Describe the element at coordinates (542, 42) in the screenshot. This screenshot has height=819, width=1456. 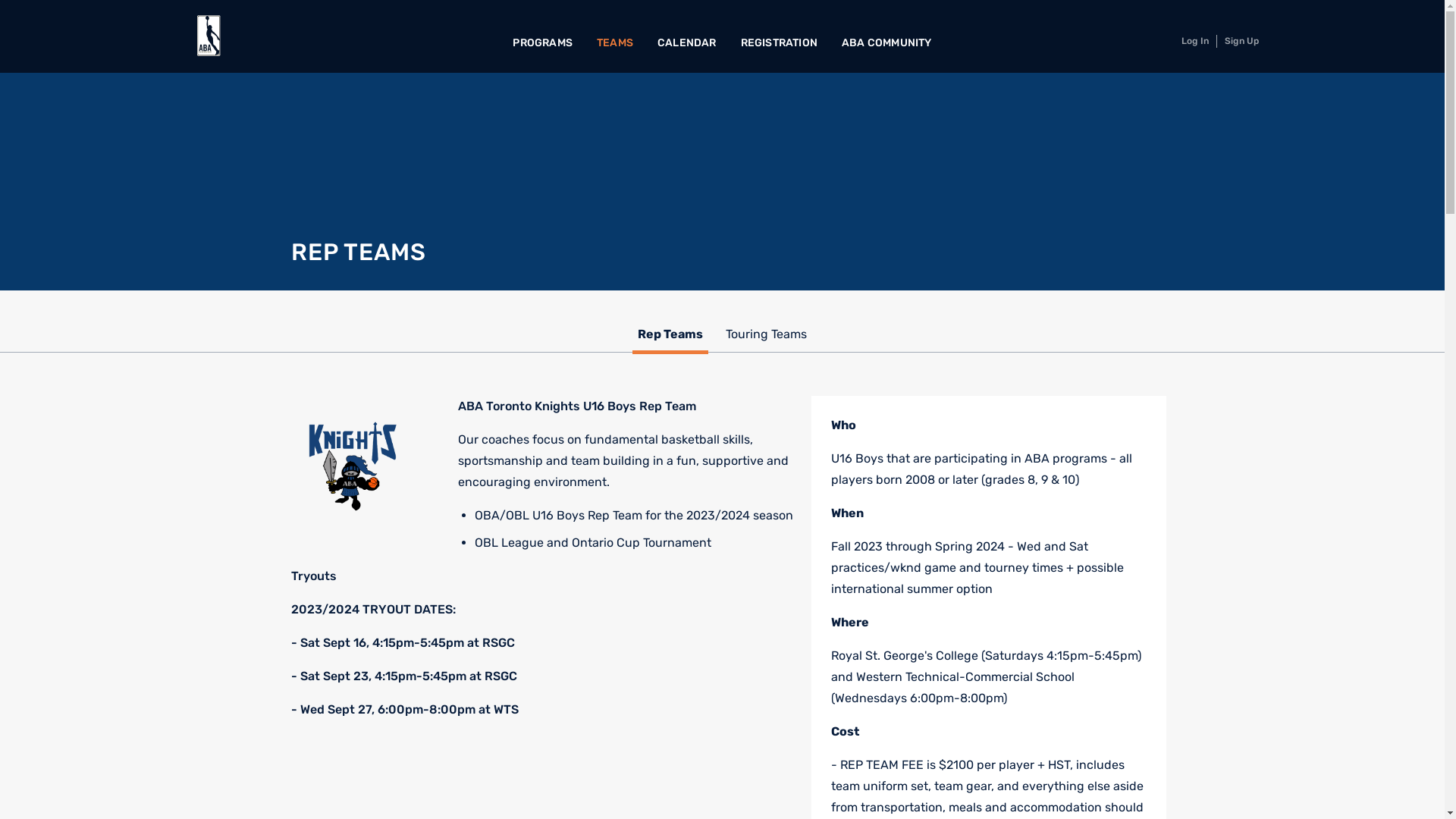
I see `'PROGRAMS'` at that location.